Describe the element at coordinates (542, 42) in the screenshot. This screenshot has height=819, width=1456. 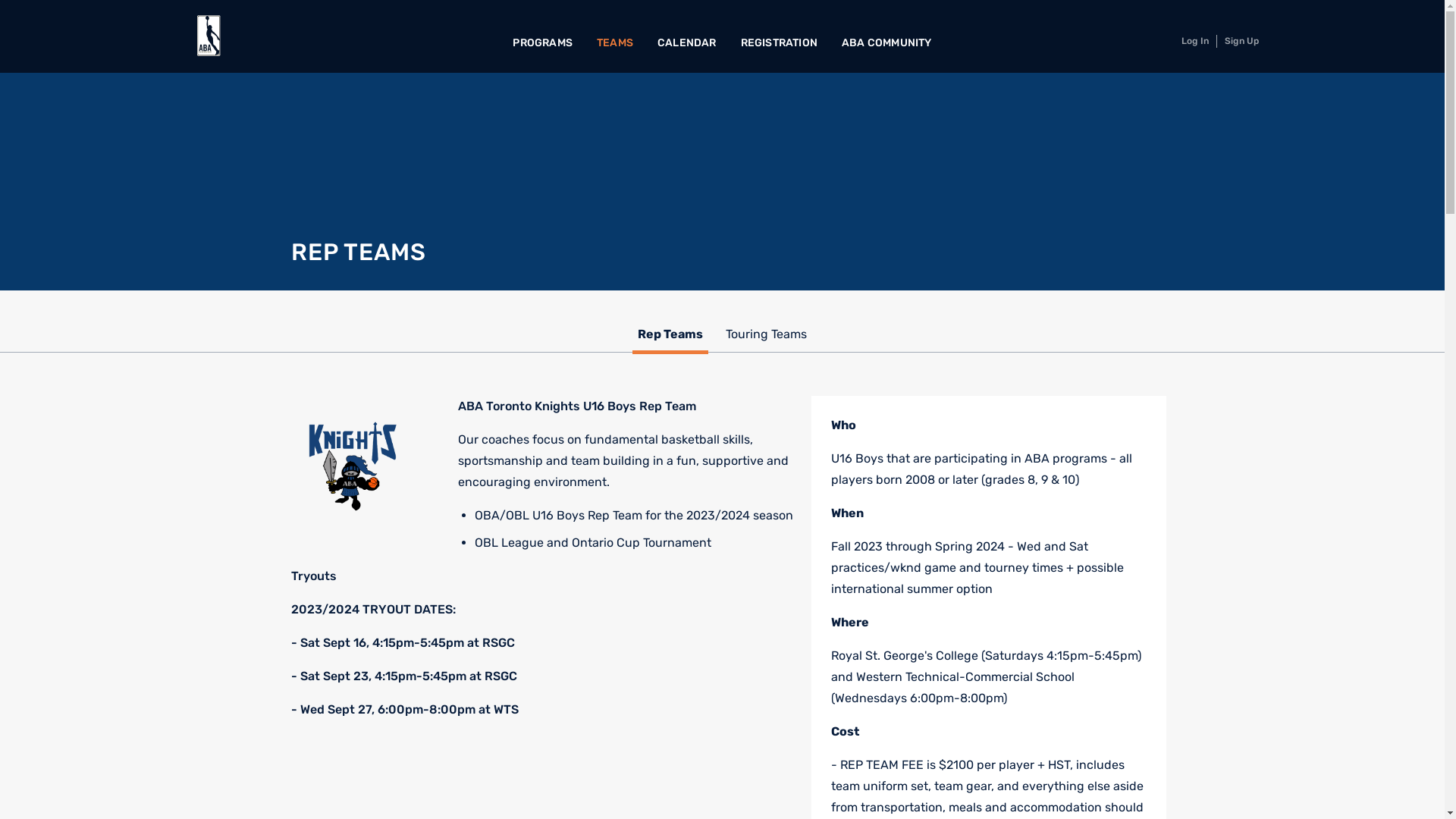
I see `'PROGRAMS'` at that location.